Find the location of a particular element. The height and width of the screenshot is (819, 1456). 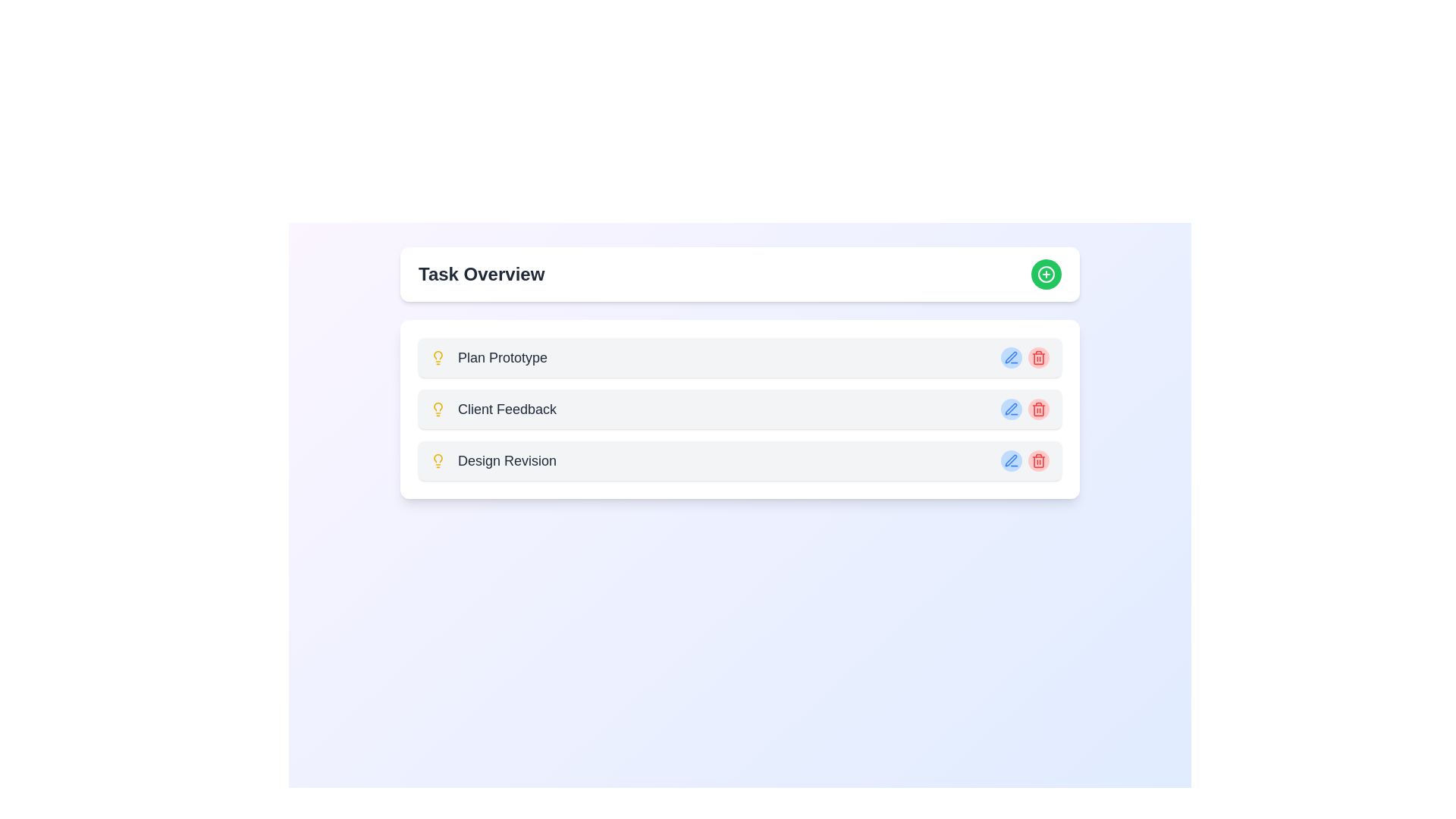

the edit icon located on the right-hand side of the second item in the task list is located at coordinates (1011, 408).